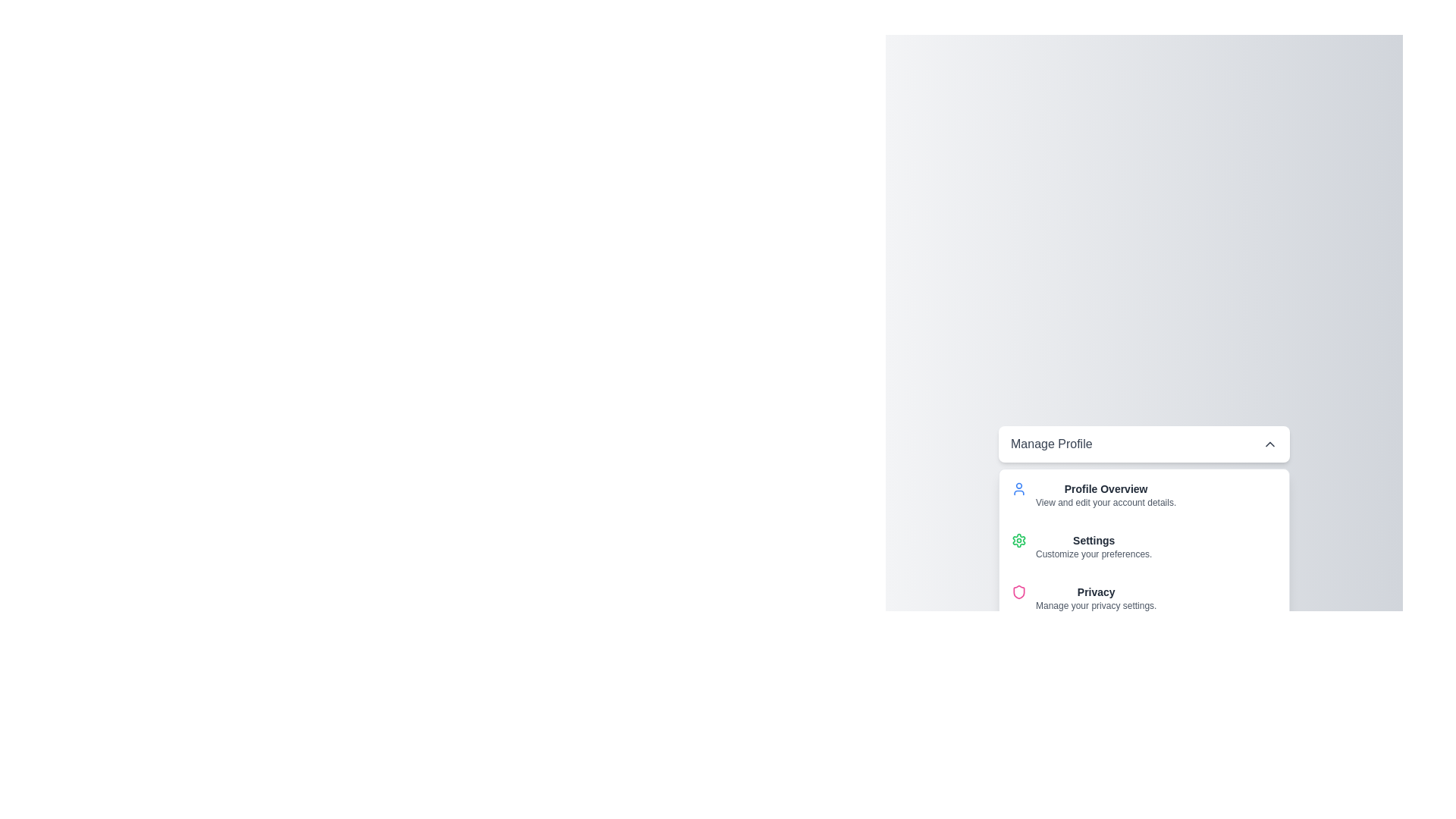  Describe the element at coordinates (1144, 598) in the screenshot. I see `the third list item in the 'Manage Profile' dropdown menu that provides access to privacy-related settings` at that location.